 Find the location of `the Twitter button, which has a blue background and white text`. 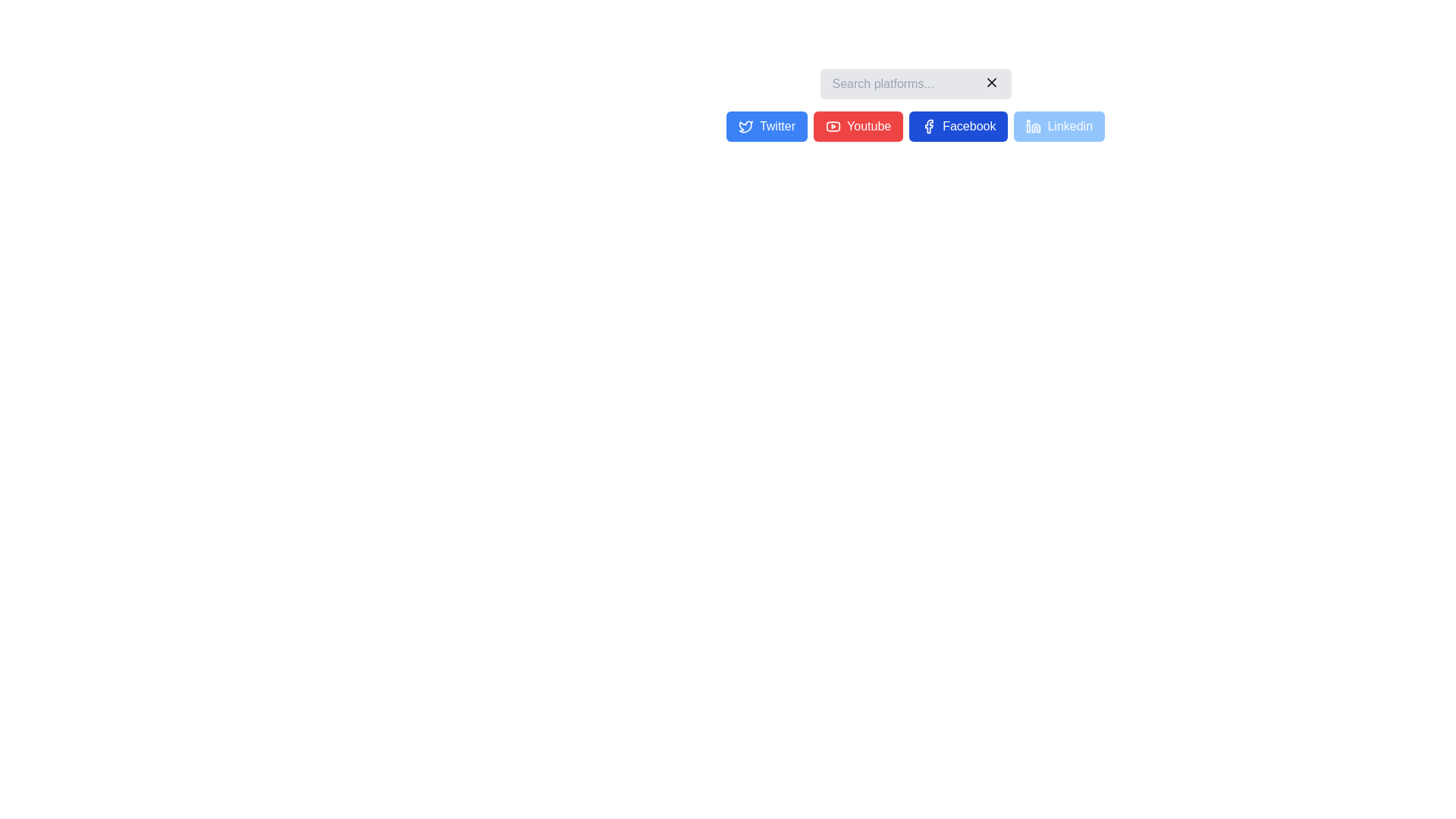

the Twitter button, which has a blue background and white text is located at coordinates (767, 125).